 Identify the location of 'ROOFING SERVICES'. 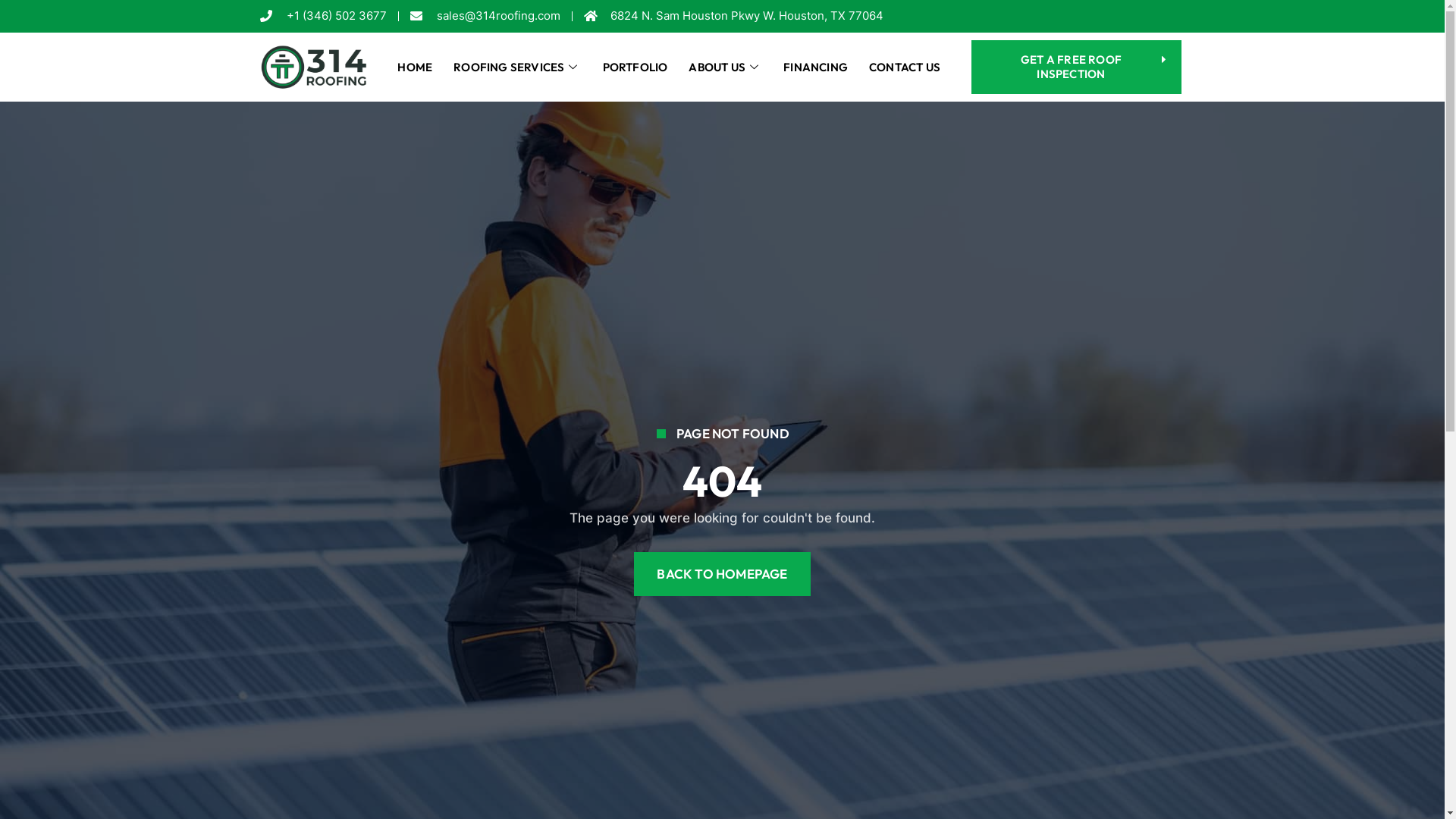
(516, 66).